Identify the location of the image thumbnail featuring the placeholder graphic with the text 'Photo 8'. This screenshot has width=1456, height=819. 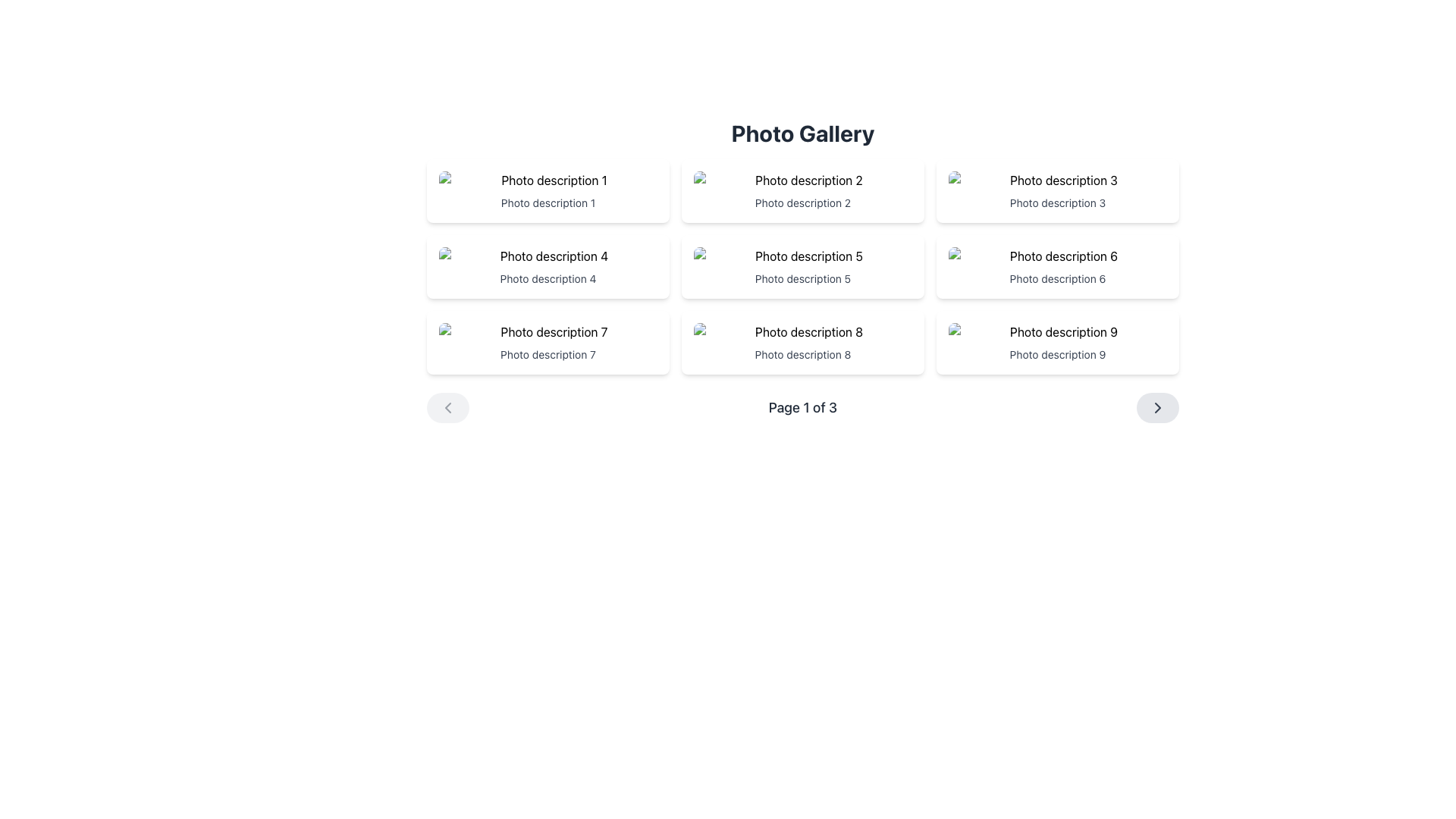
(802, 331).